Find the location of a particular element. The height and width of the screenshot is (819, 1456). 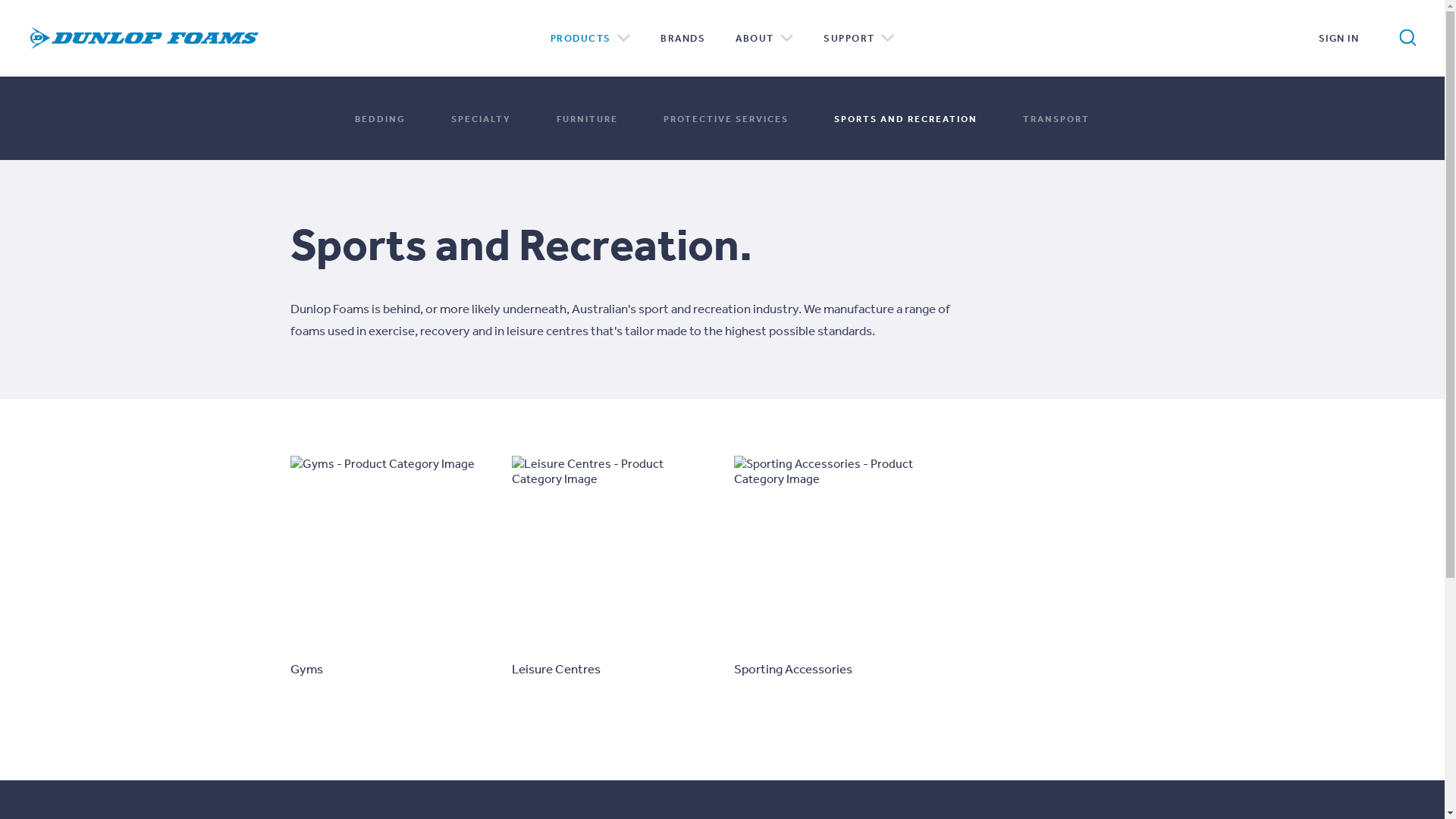

'Sporting Accessories' is located at coordinates (833, 567).